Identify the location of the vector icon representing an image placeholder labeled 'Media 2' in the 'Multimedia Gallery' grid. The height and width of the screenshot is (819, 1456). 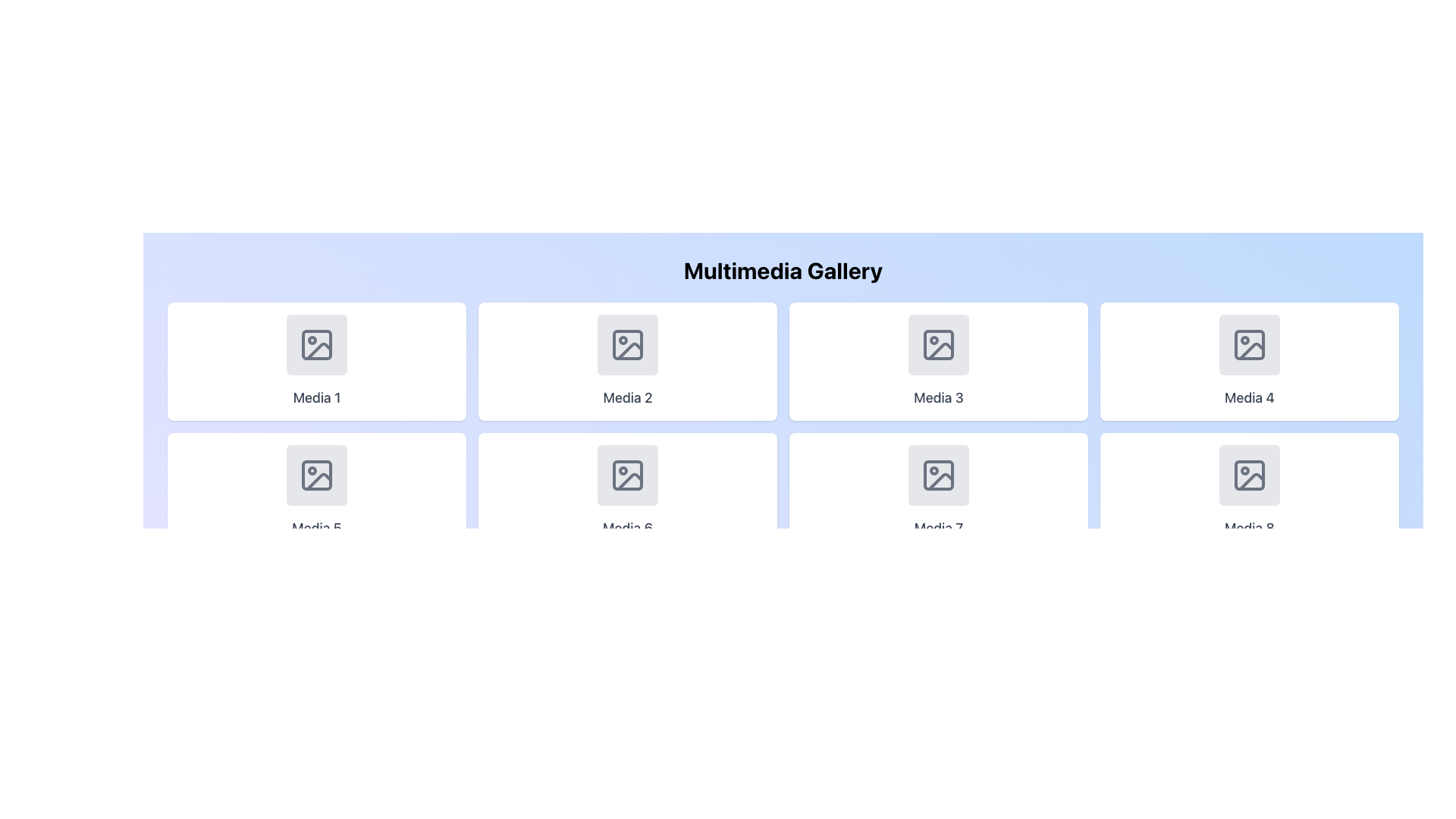
(628, 345).